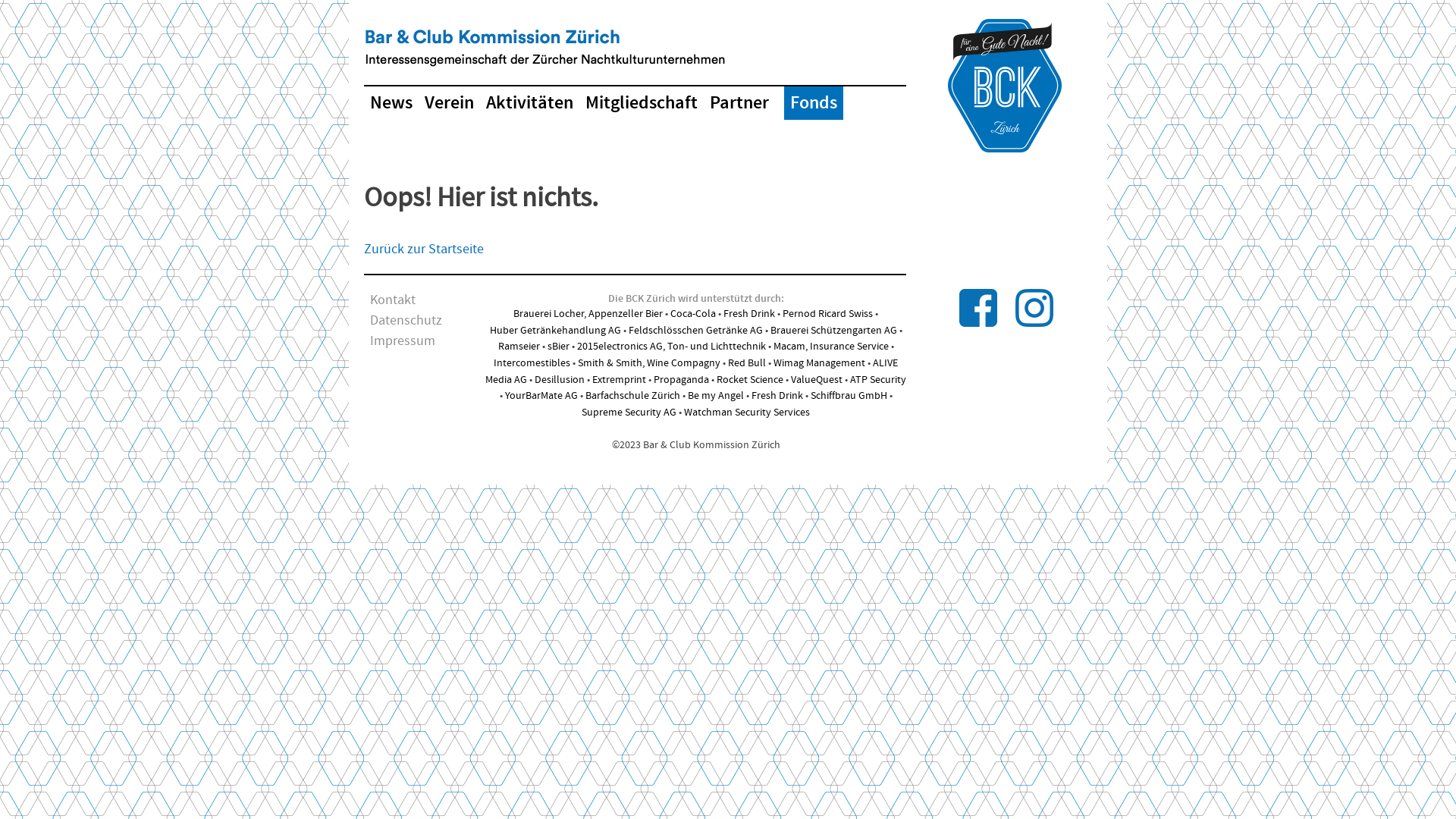  I want to click on 'Red Bull', so click(746, 362).